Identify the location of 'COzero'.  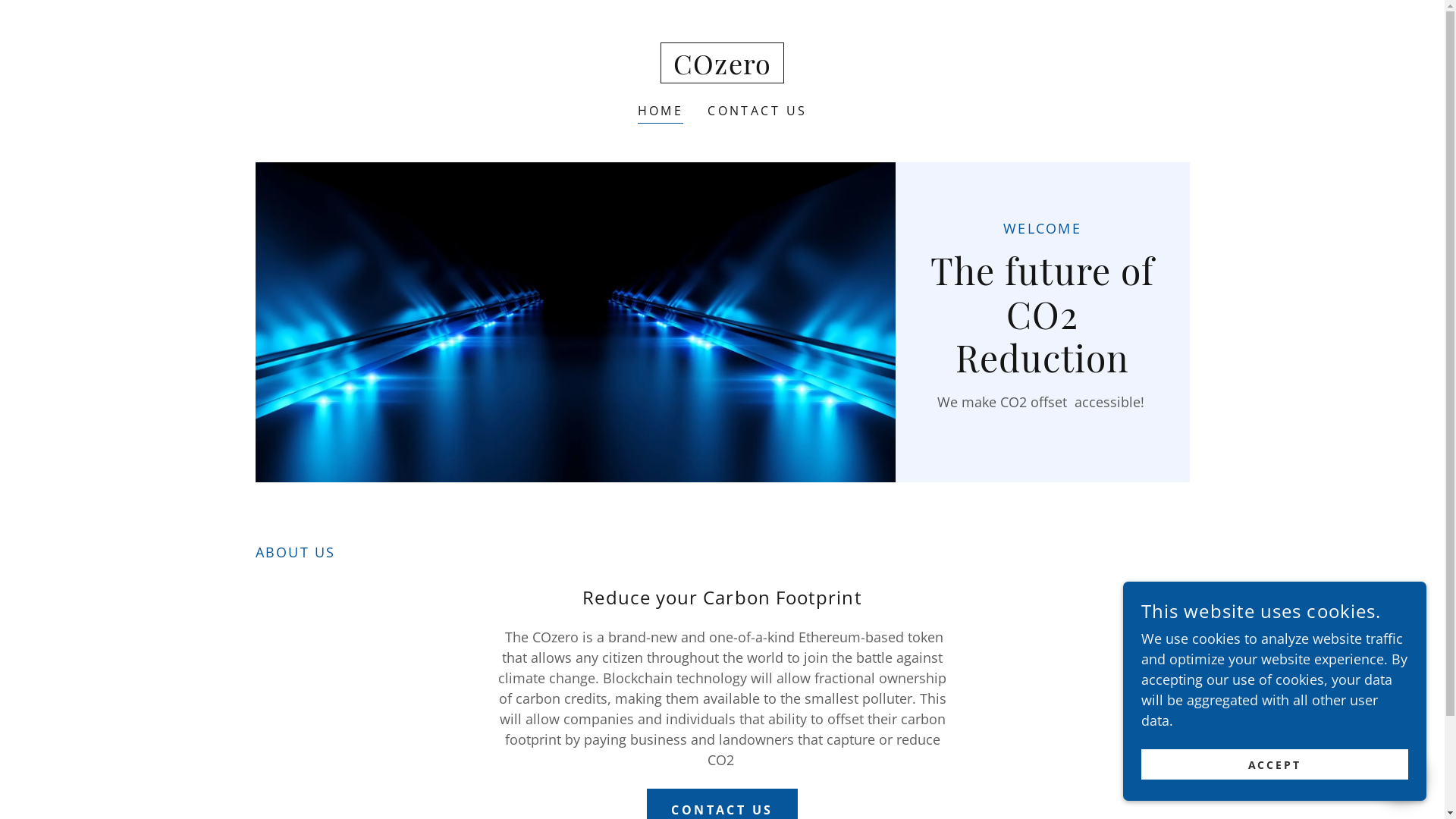
(721, 69).